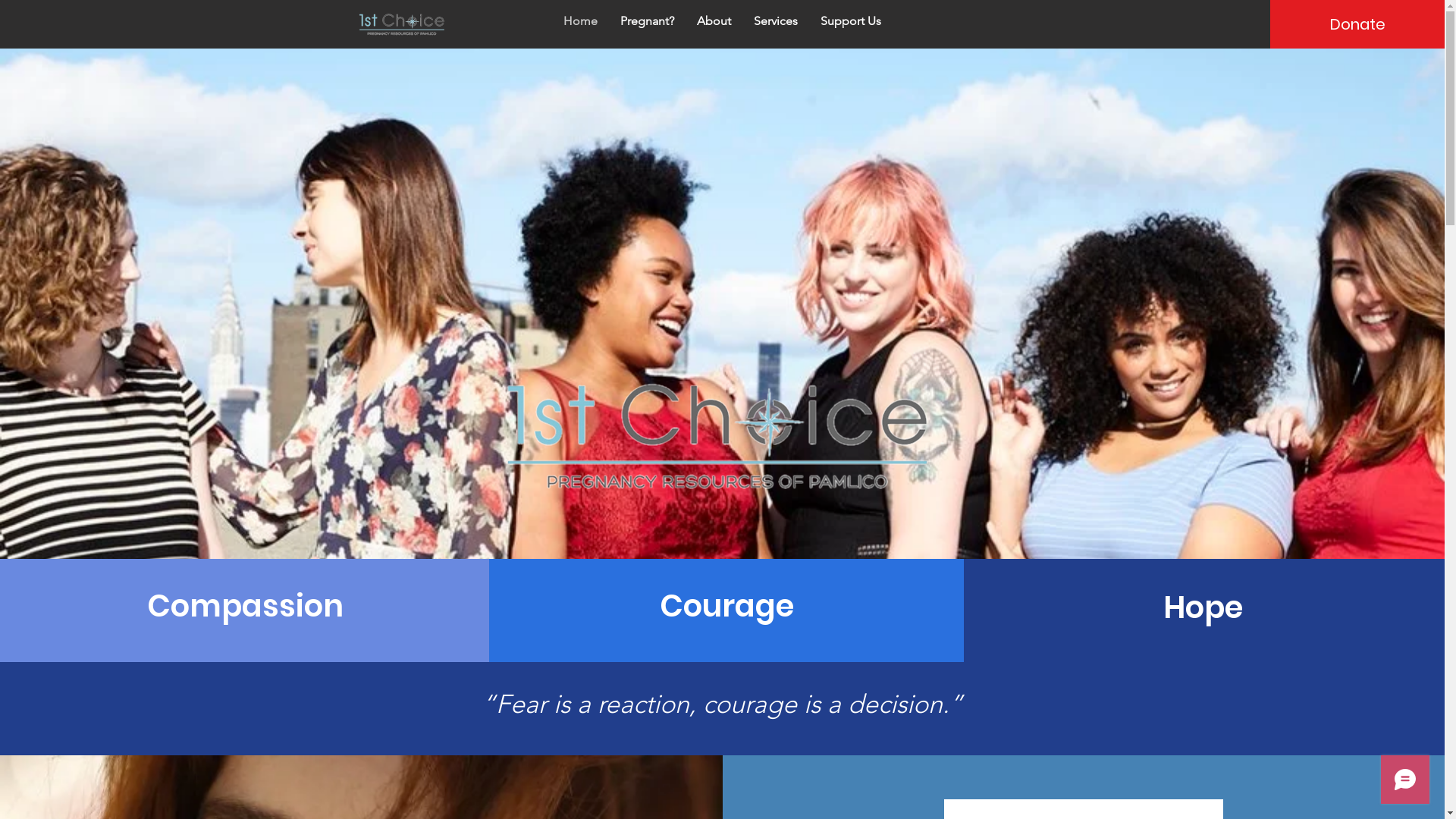  I want to click on 'Donate', so click(1357, 24).